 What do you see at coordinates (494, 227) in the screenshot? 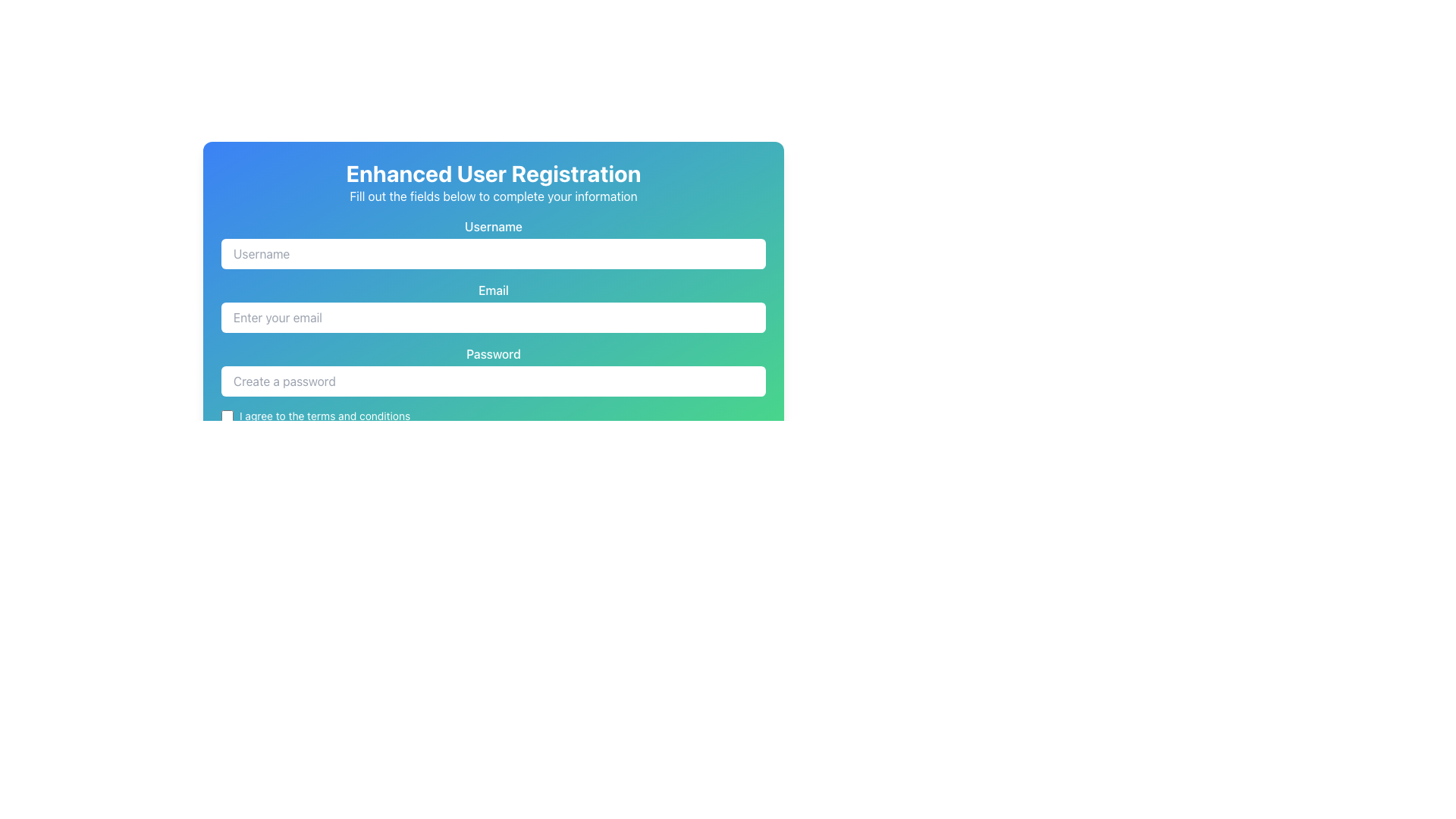
I see `the text label displaying 'Username' in white font, positioned above the input box for the username` at bounding box center [494, 227].